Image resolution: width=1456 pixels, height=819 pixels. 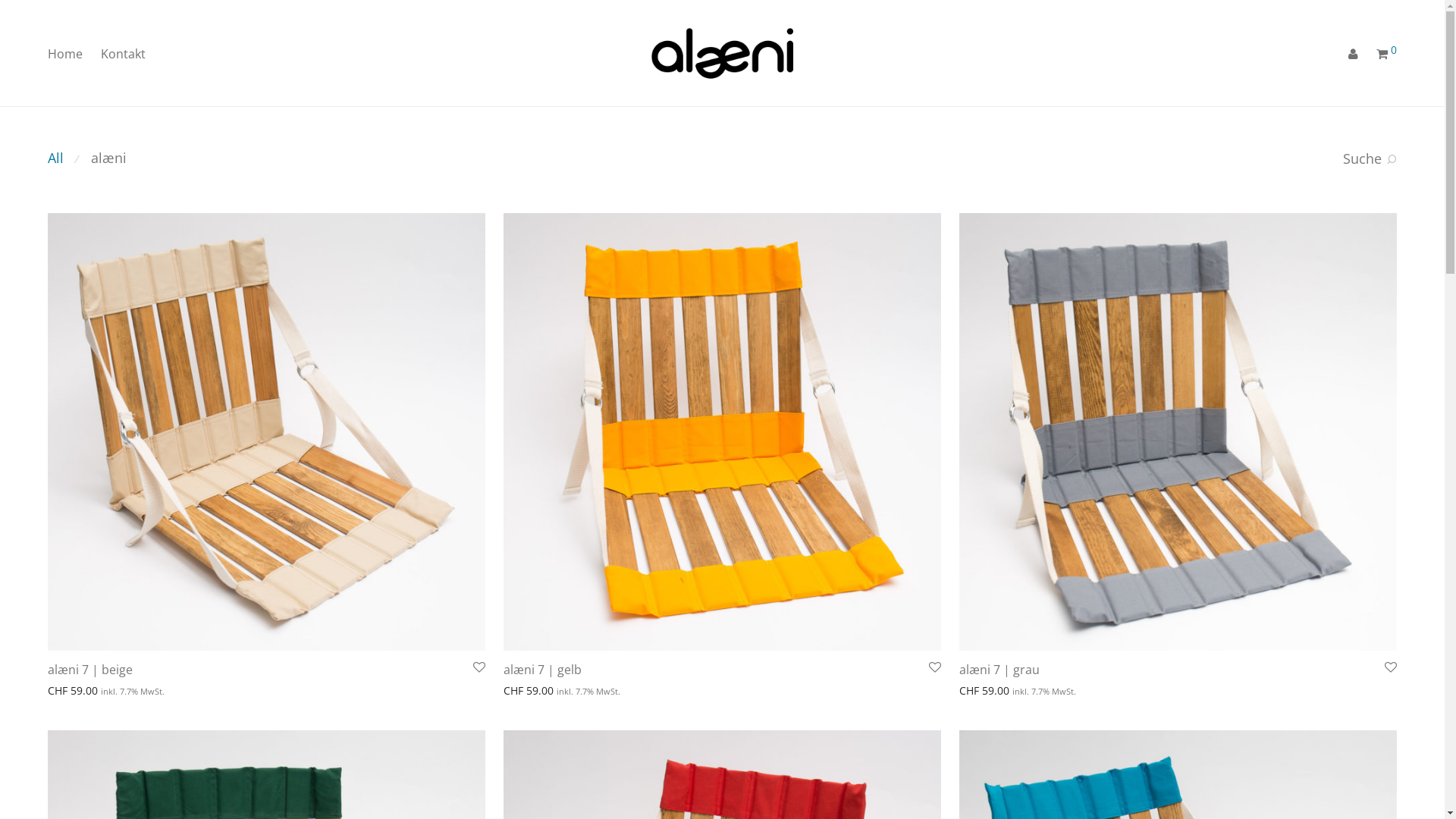 What do you see at coordinates (1370, 158) in the screenshot?
I see `'Suche'` at bounding box center [1370, 158].